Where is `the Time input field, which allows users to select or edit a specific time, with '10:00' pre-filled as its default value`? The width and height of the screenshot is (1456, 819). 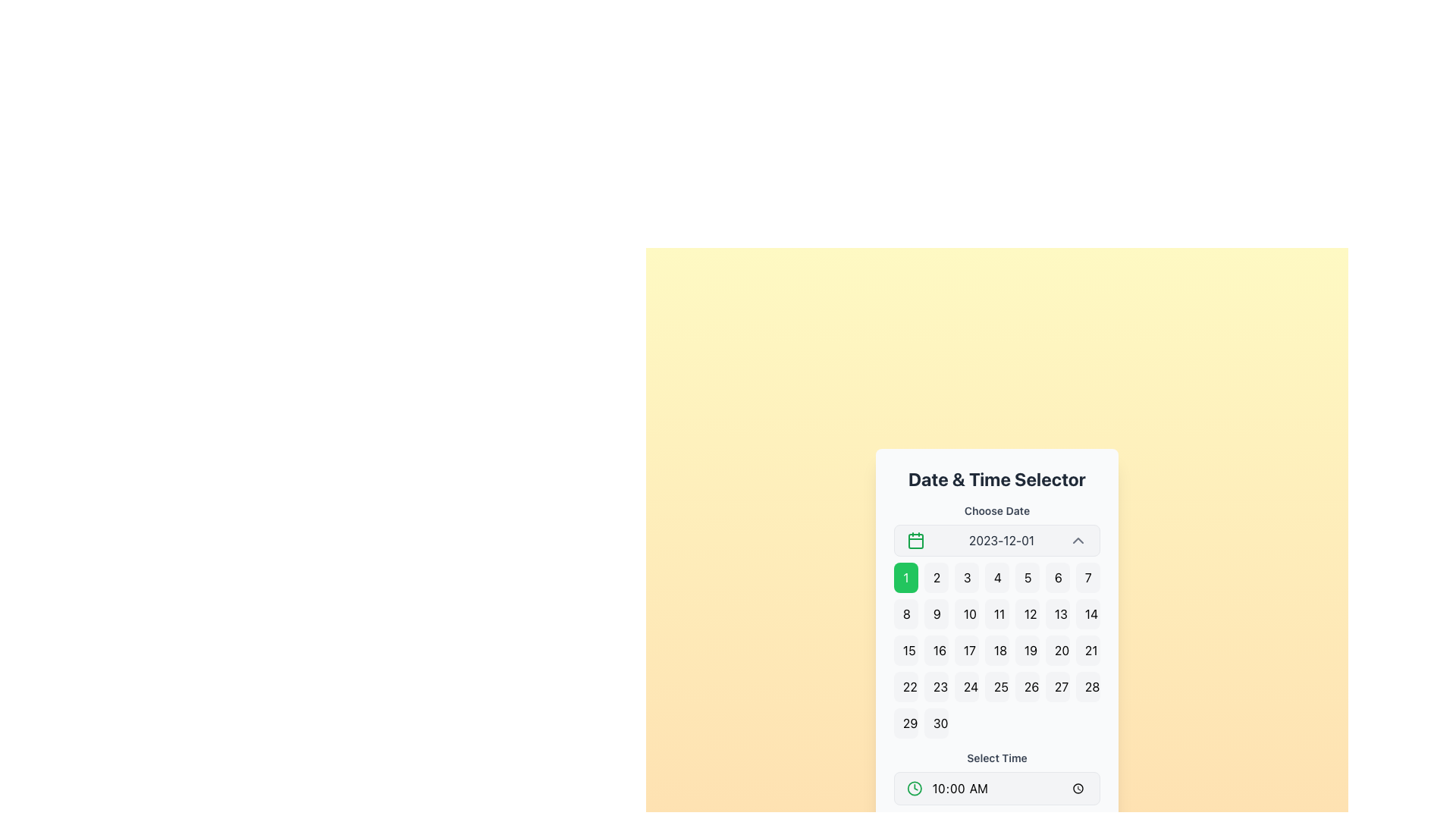 the Time input field, which allows users to select or edit a specific time, with '10:00' pre-filled as its default value is located at coordinates (1009, 788).